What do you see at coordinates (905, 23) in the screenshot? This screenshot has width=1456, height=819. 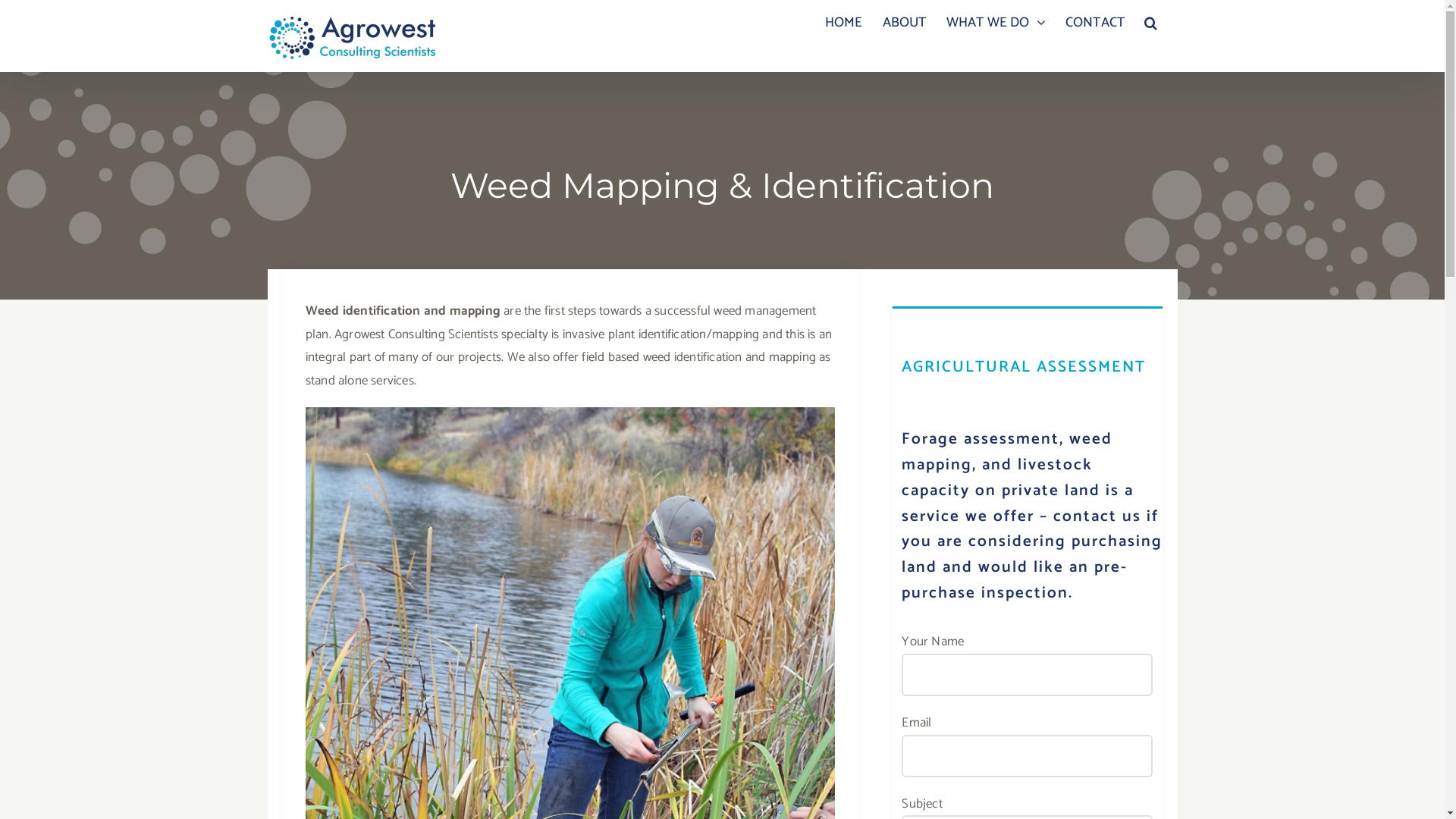 I see `'ABOUT'` at bounding box center [905, 23].